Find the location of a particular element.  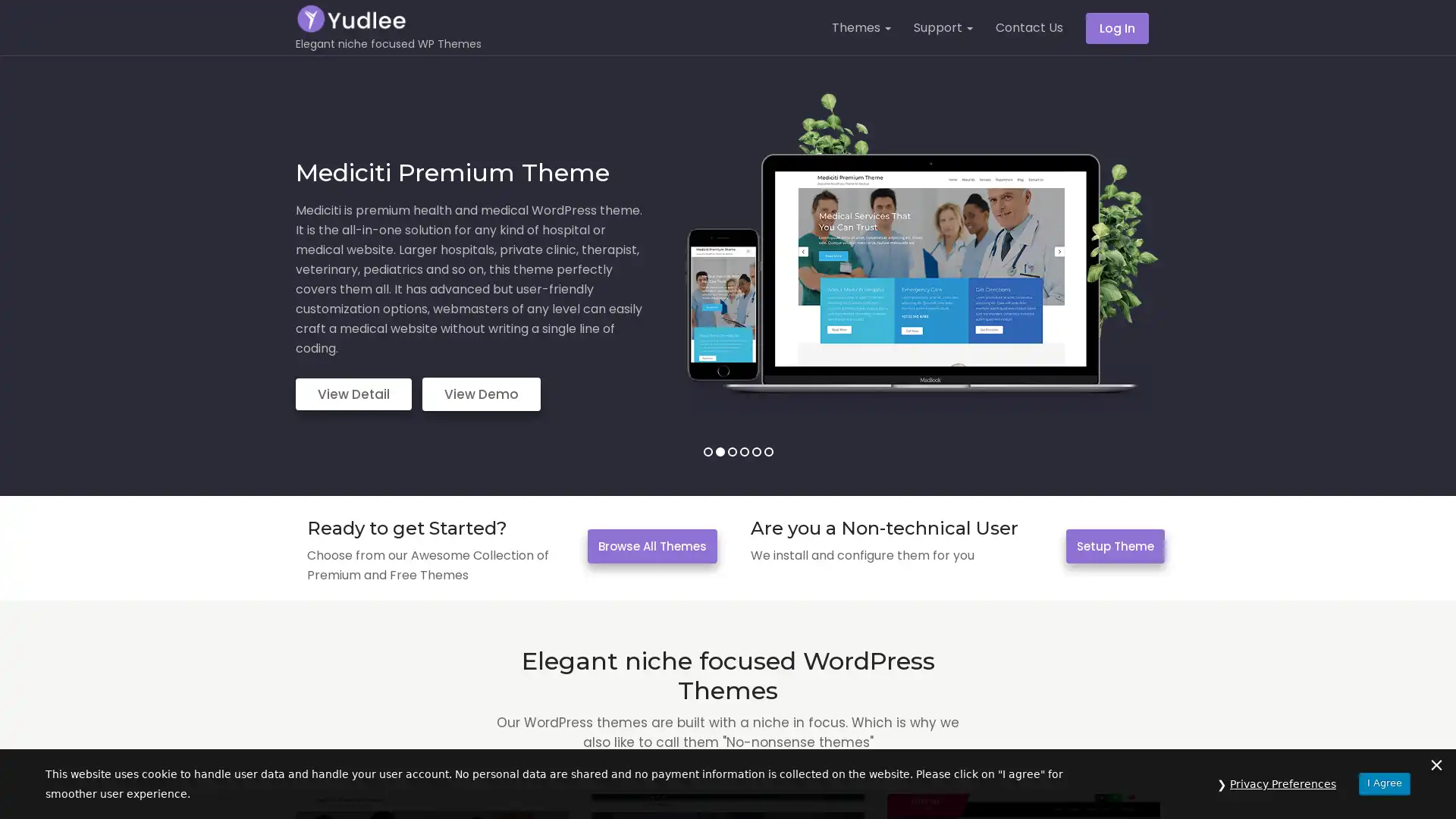

2 is located at coordinates (719, 451).